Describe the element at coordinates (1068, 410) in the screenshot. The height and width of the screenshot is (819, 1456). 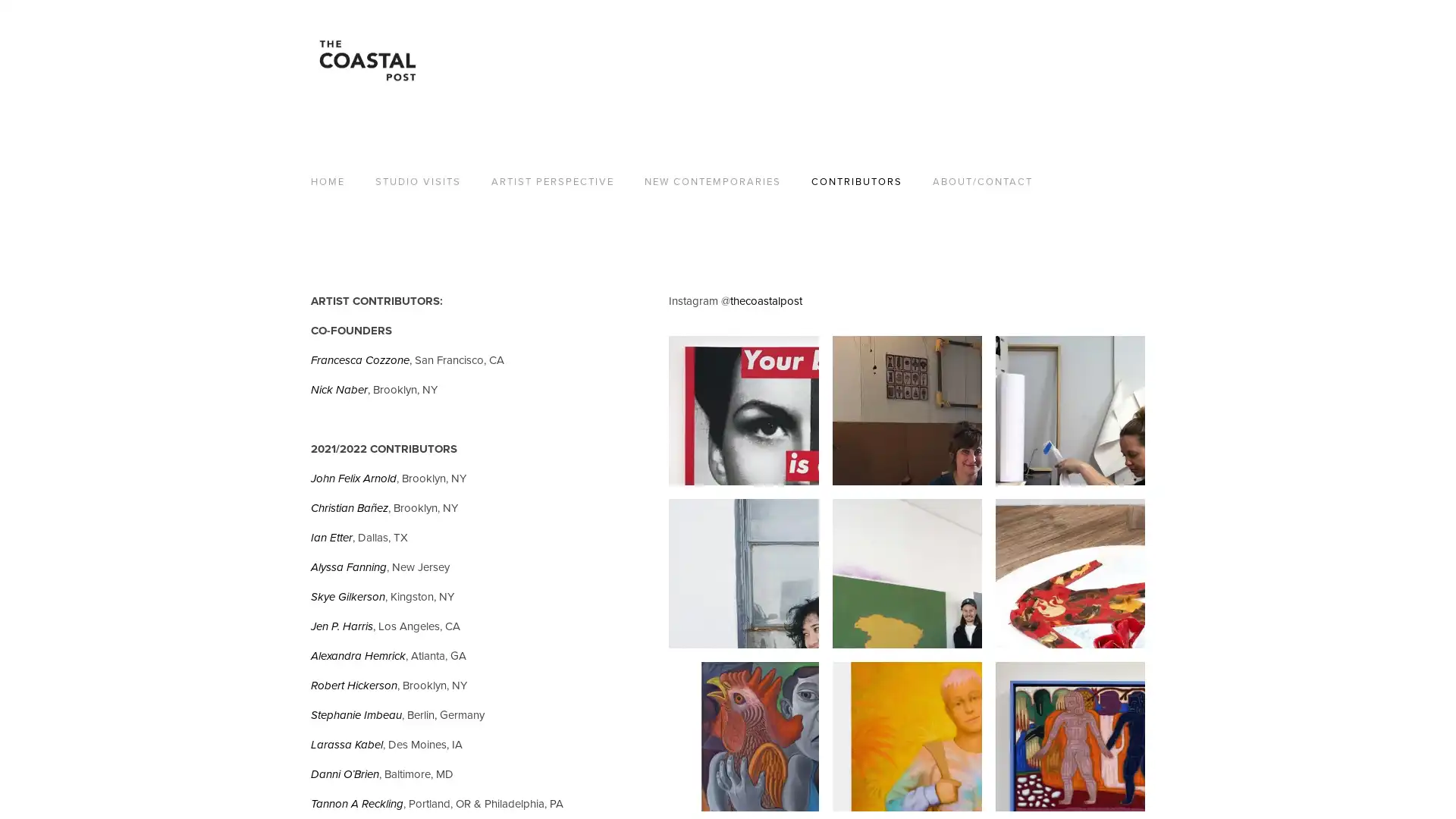
I see `View fullsize Coastal Post contributor John Felix Arnold caught up with Shelley Smith recently for a studio visit at her space in Anchorlight in Raleigh, NC. Smith is an artist, curator, and the program director of Anchorlight, a multi-faceted arts organization, g` at that location.